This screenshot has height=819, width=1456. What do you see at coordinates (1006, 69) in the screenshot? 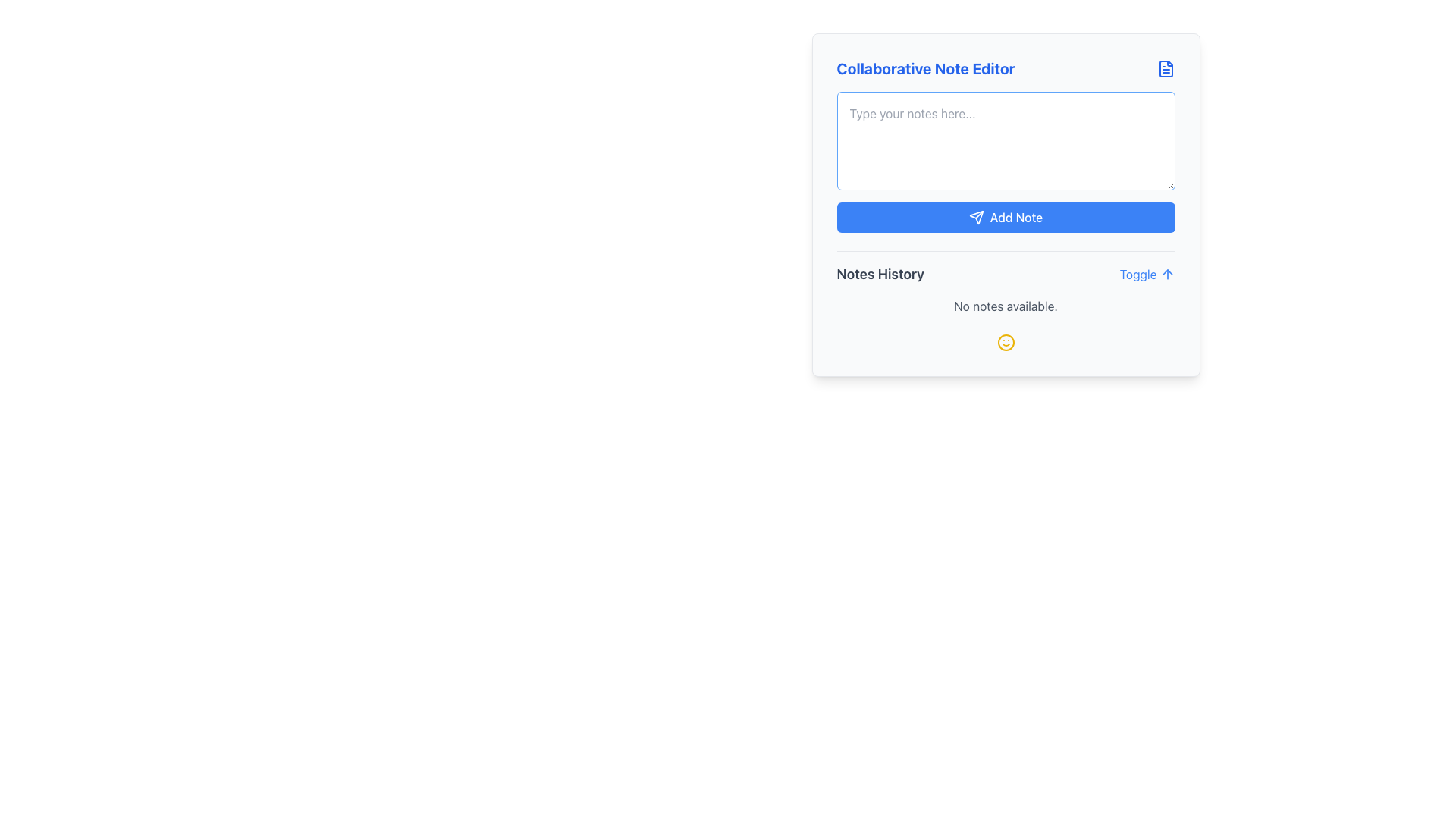
I see `text displayed in the 'Collaborative Note Editor' label, which is a bold, blue font title positioned at the top-left of the note-taking interface` at bounding box center [1006, 69].